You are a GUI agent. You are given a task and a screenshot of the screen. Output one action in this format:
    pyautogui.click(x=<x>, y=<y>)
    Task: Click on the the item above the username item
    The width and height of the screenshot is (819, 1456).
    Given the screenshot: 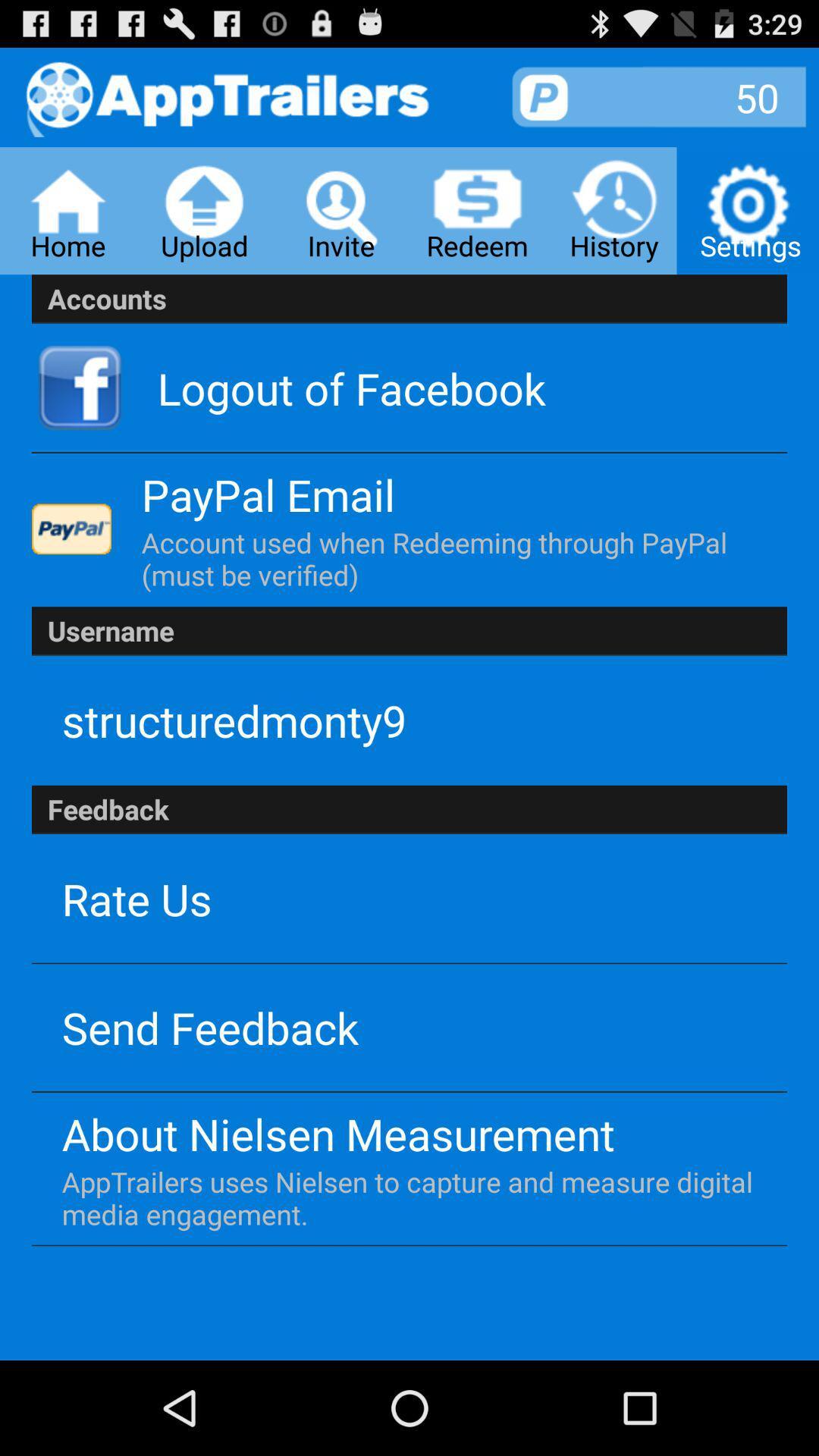 What is the action you would take?
    pyautogui.click(x=447, y=557)
    